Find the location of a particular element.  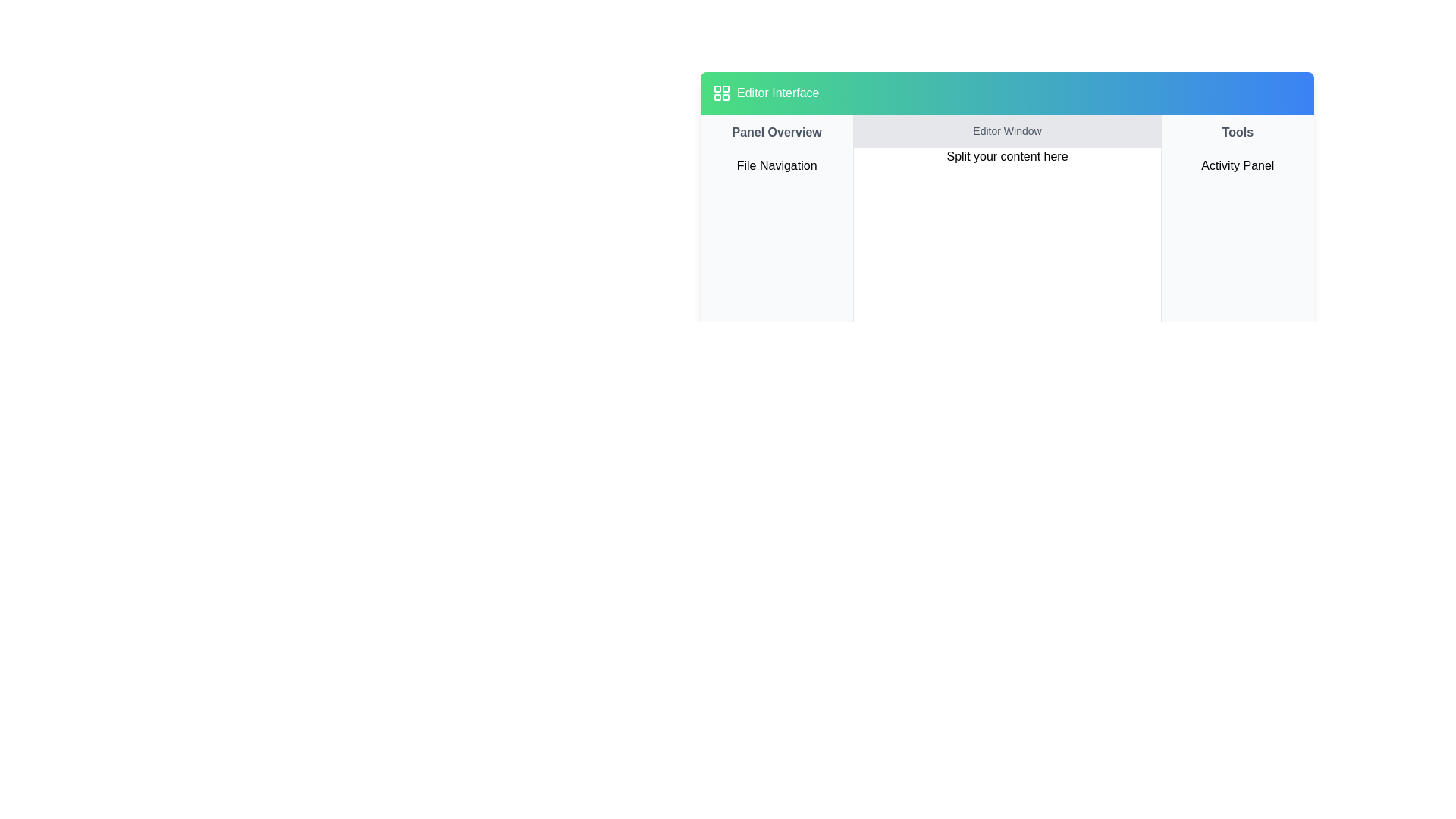

the icon with a grid-like design consisting of four squares arranged in a 2x2 pattern, located beside the text 'Editor Interface' in the top navigation section of the interface is located at coordinates (720, 93).